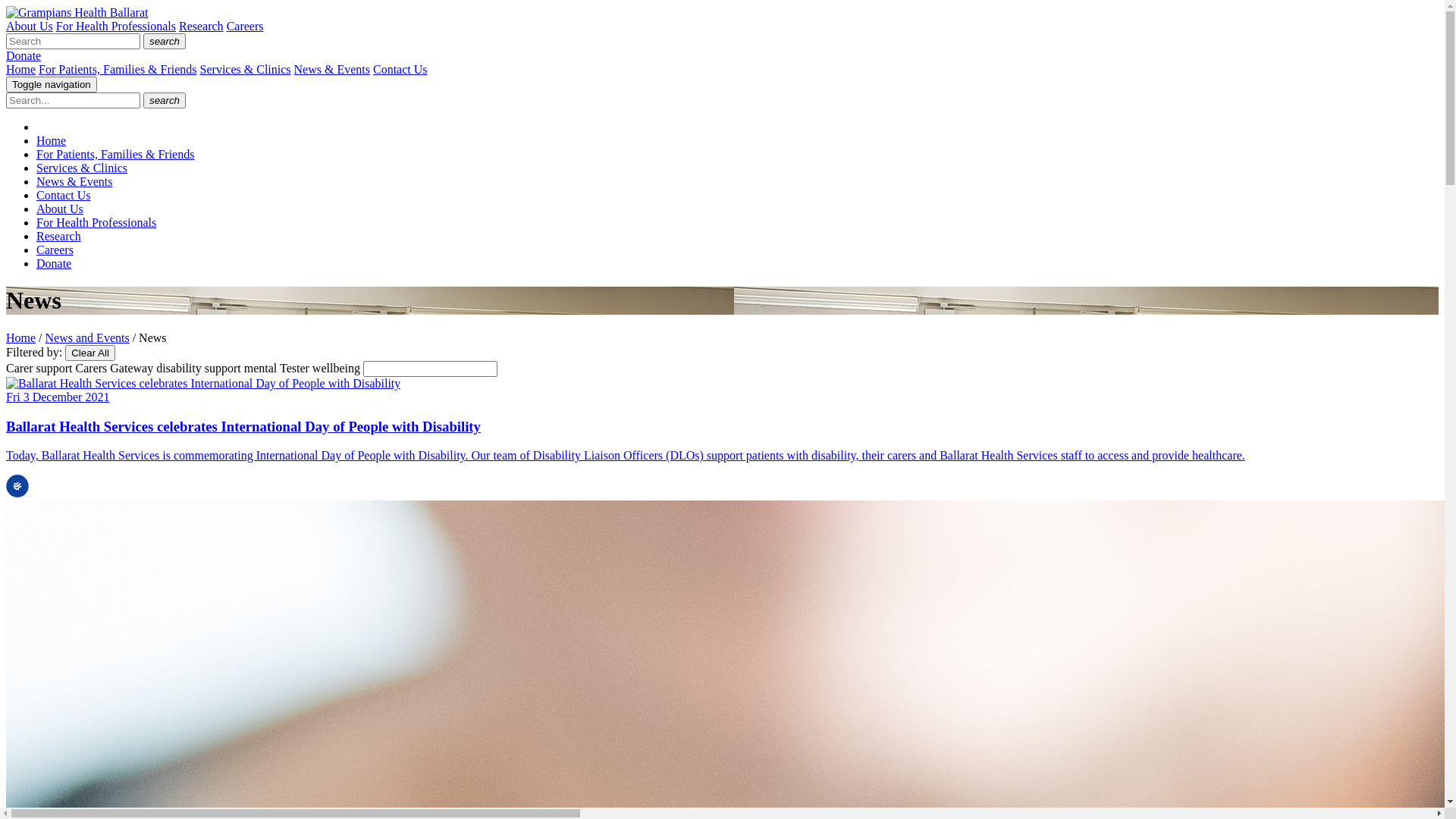  Describe the element at coordinates (51, 84) in the screenshot. I see `'Toggle navigation'` at that location.